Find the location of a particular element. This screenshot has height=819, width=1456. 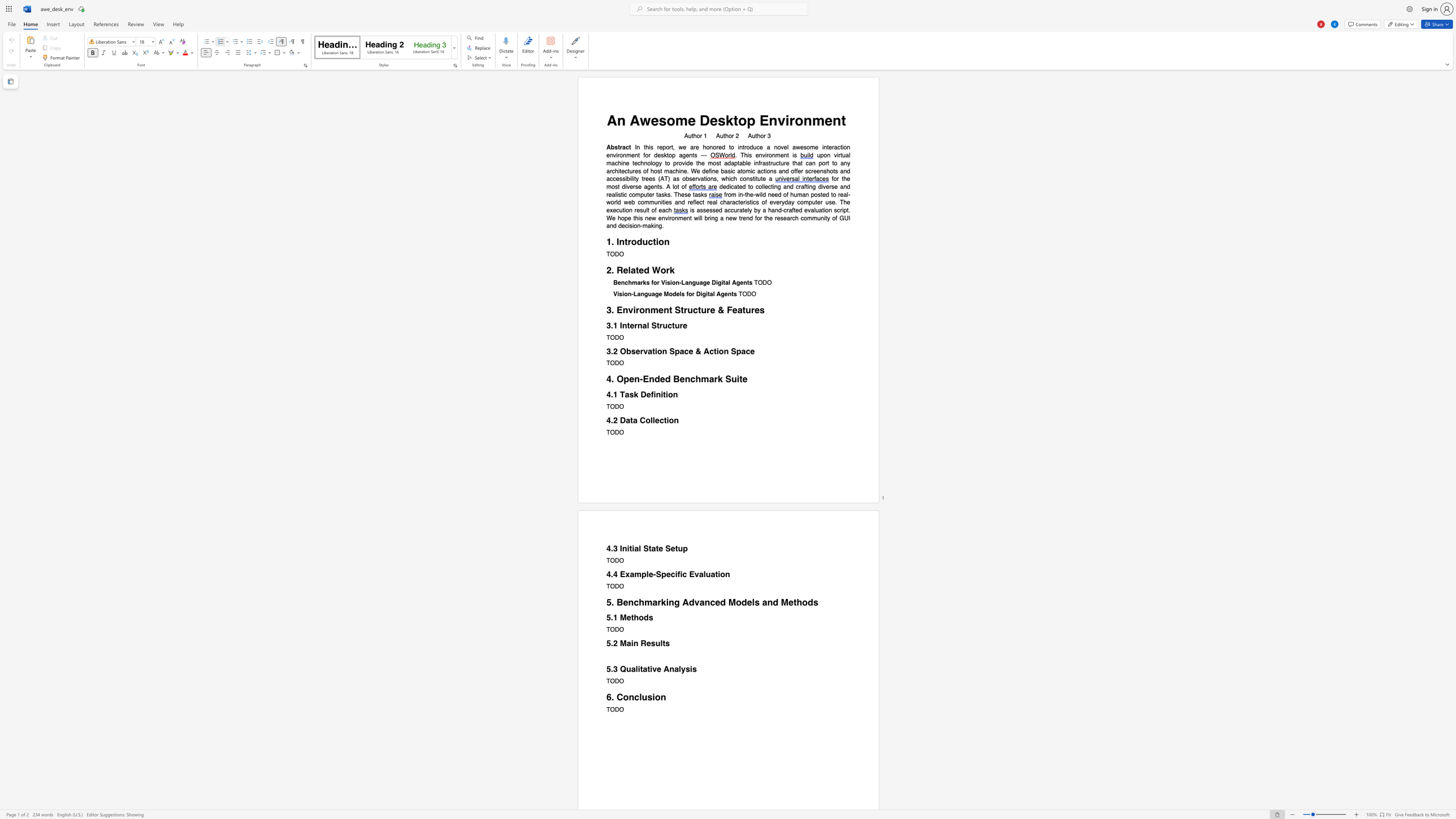

the 1th character "e" in the text is located at coordinates (629, 617).